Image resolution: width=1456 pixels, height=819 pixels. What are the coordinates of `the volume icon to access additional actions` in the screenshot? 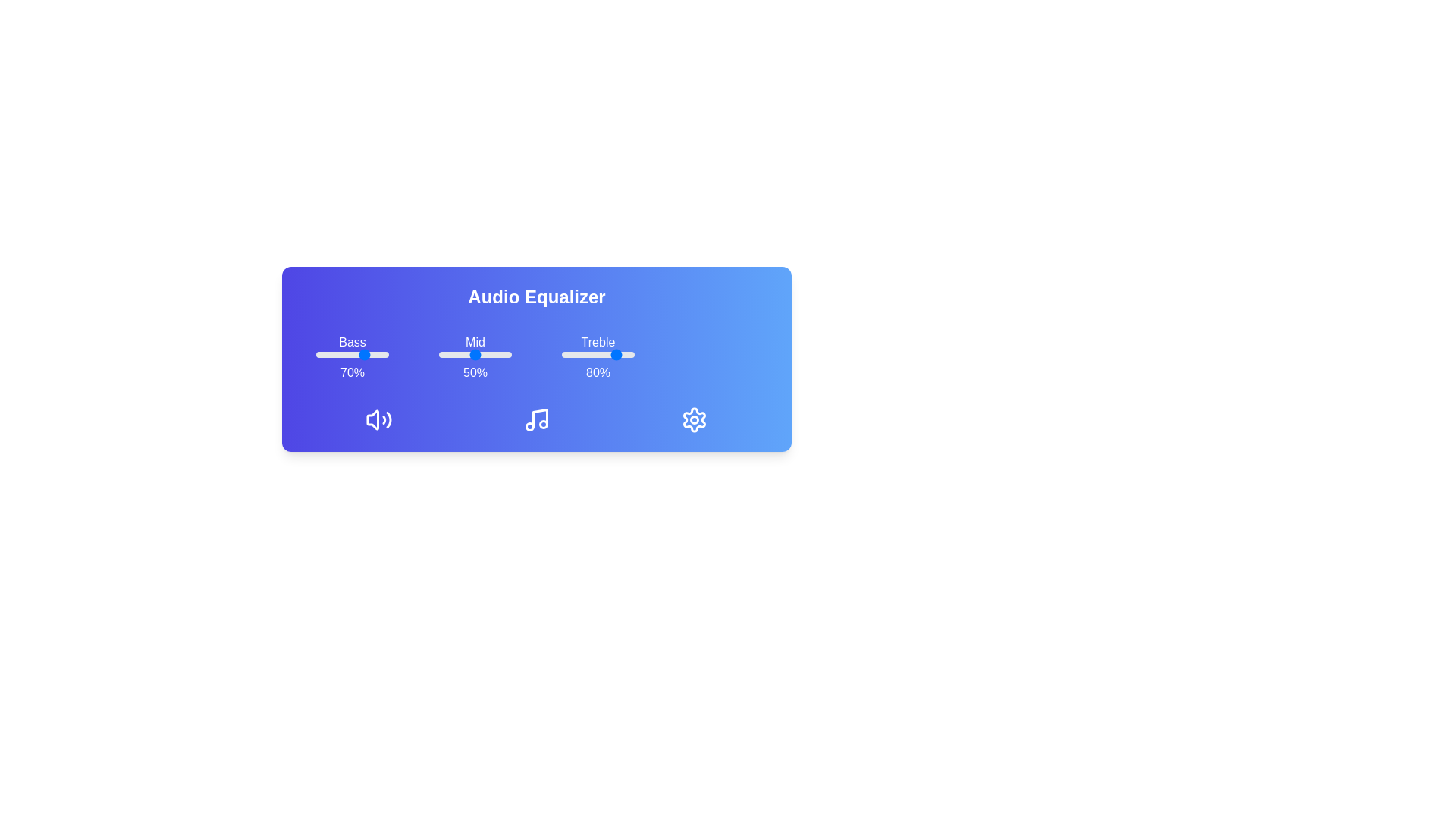 It's located at (378, 420).